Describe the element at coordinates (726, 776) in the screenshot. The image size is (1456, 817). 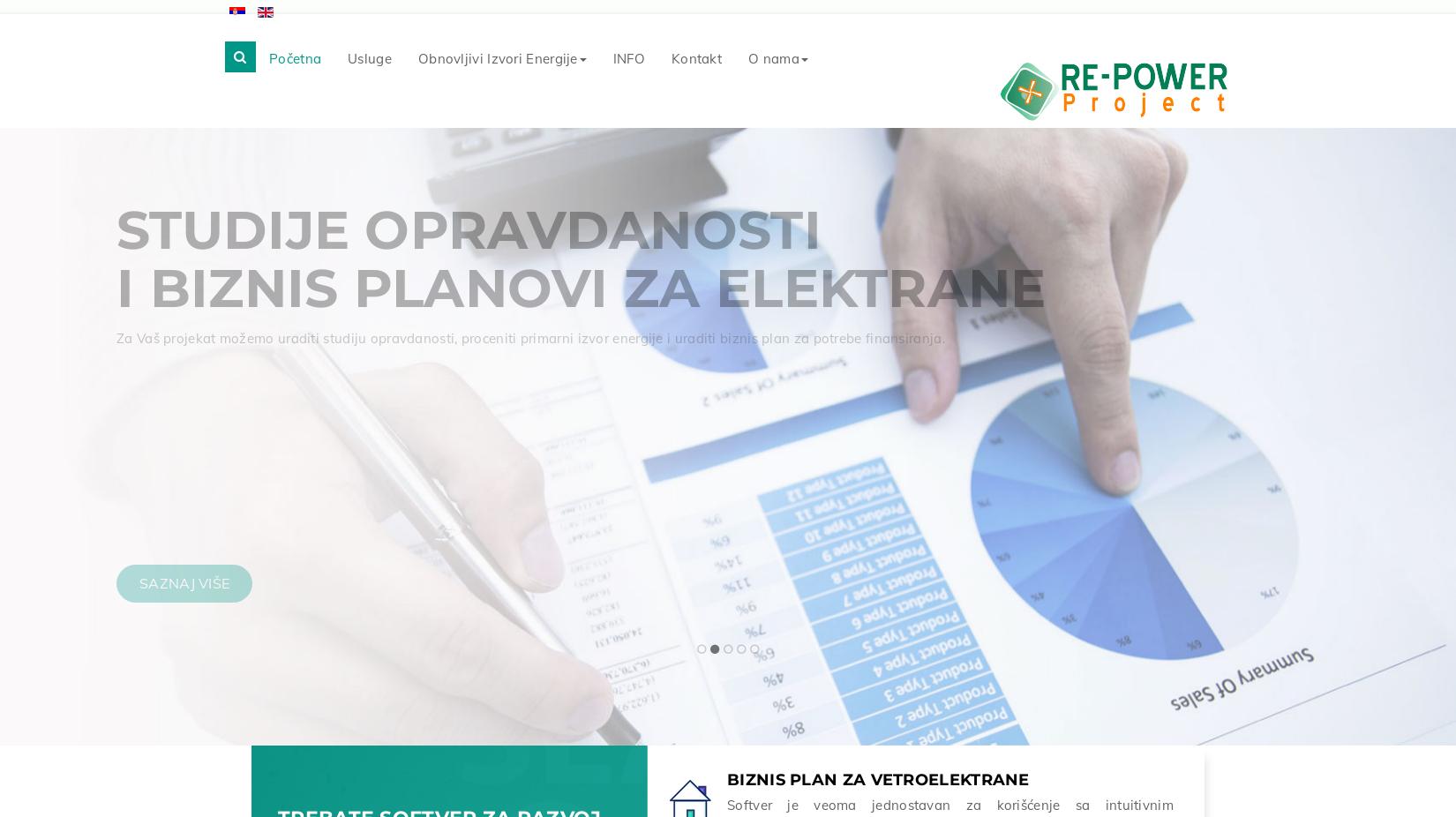
I see `'Biznis plan za vetroelektrane'` at that location.